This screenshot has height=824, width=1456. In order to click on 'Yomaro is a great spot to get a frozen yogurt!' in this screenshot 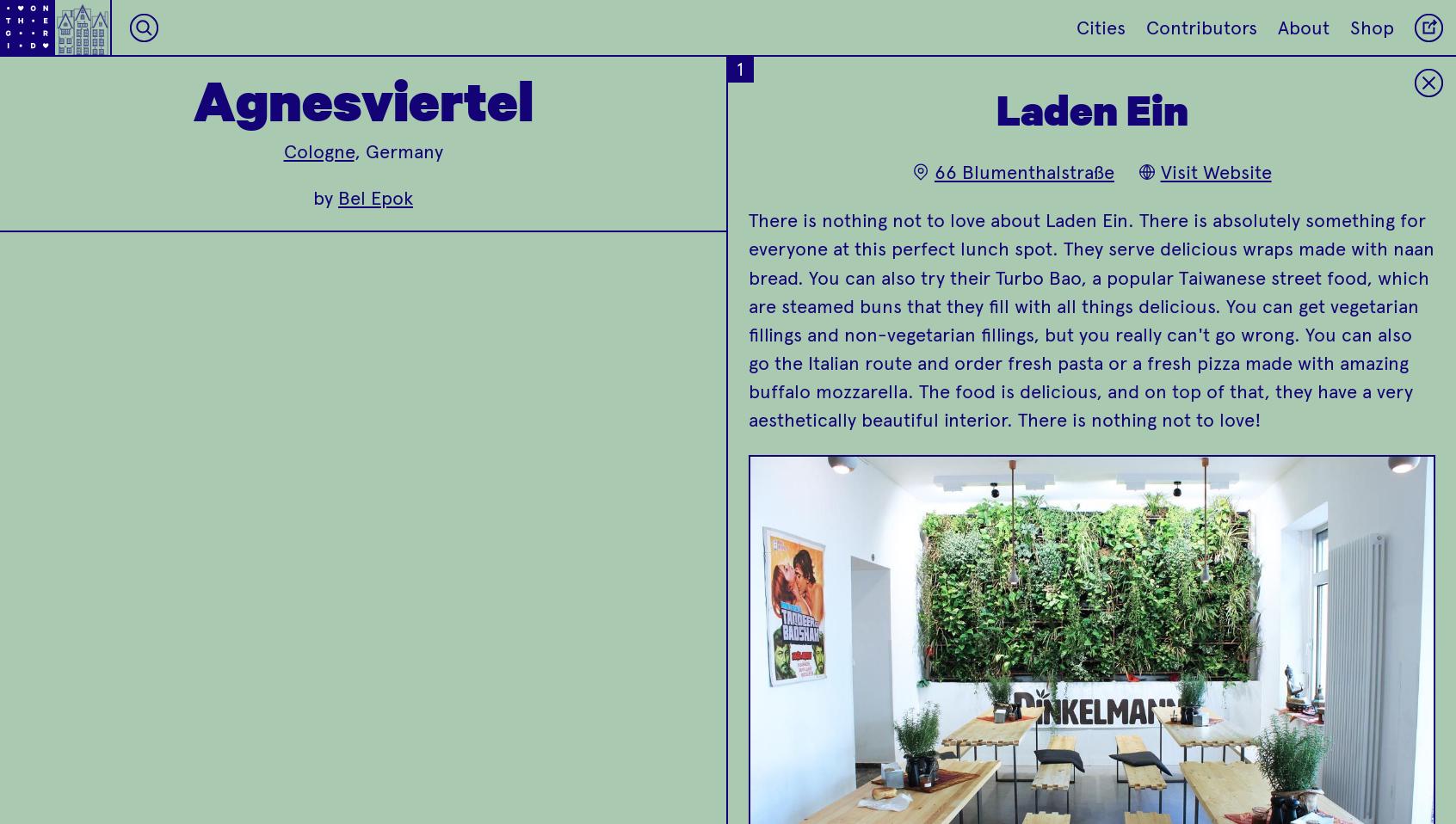, I will do `click(1327, 673)`.